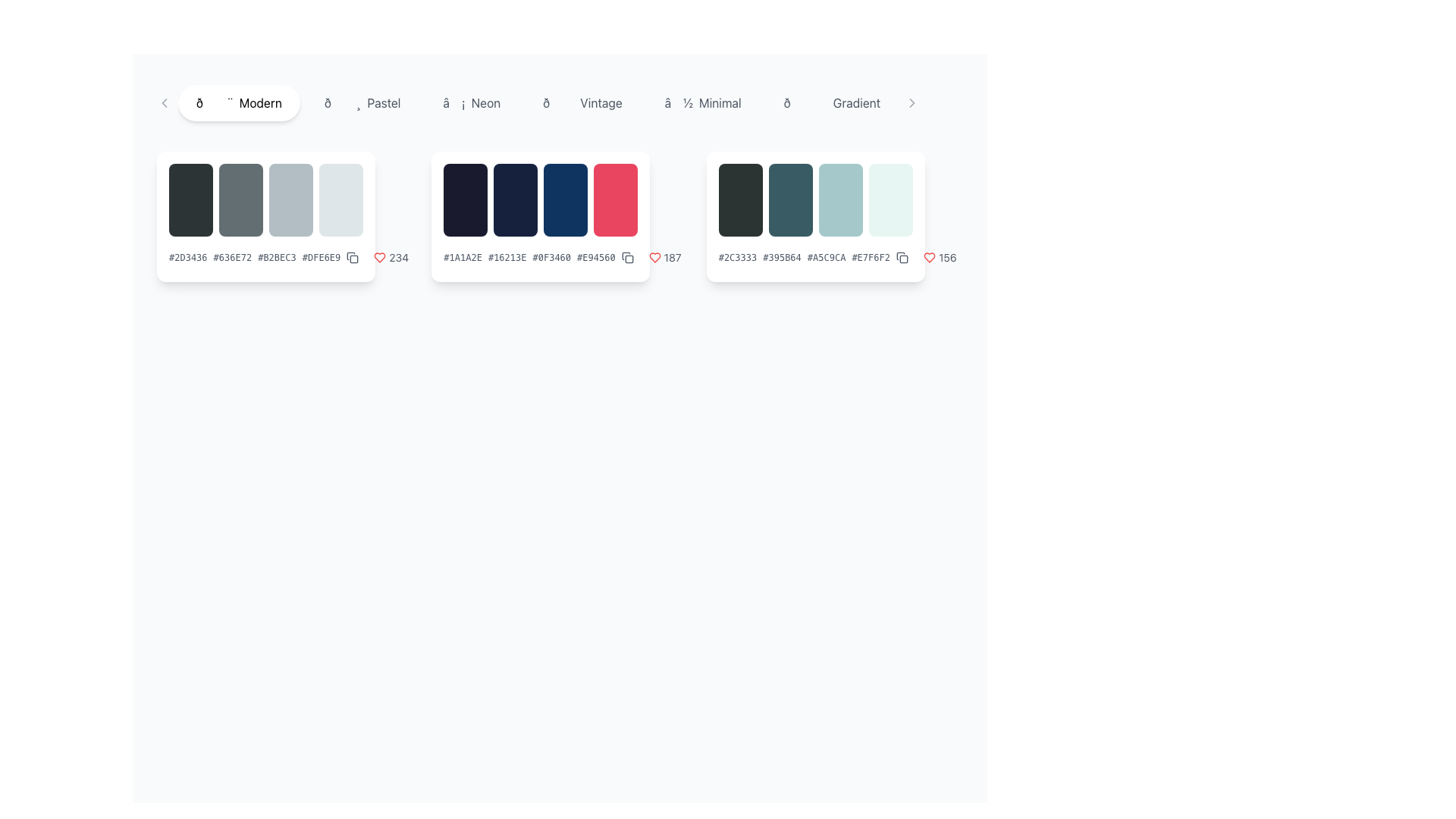 The width and height of the screenshot is (1456, 819). Describe the element at coordinates (516, 199) in the screenshot. I see `the dark blue color swatch element, which is the second in a row of four color blocks within the second palette` at that location.